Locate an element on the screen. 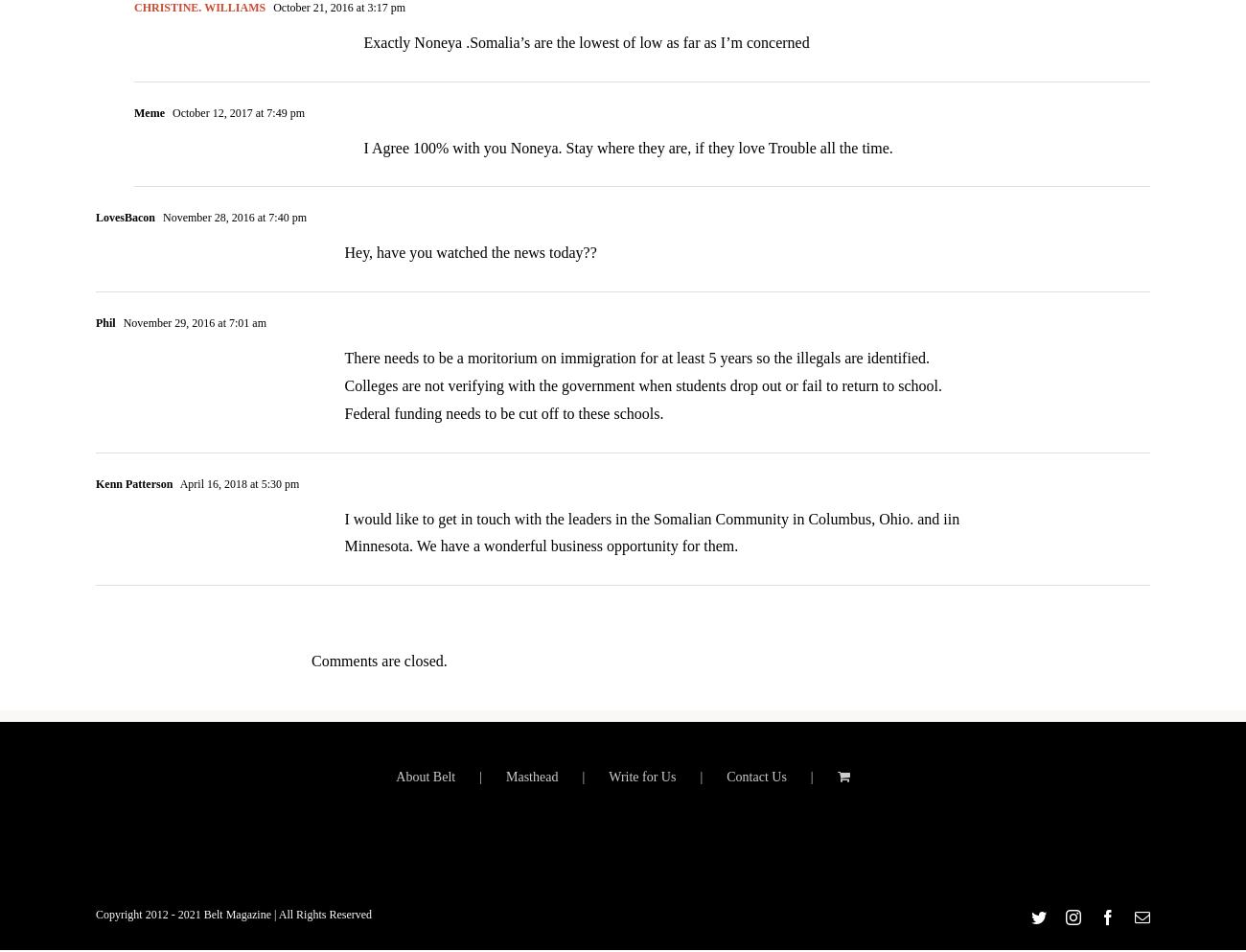 The height and width of the screenshot is (952, 1246). 'November 29, 2016 at 7:01 am' is located at coordinates (192, 337).